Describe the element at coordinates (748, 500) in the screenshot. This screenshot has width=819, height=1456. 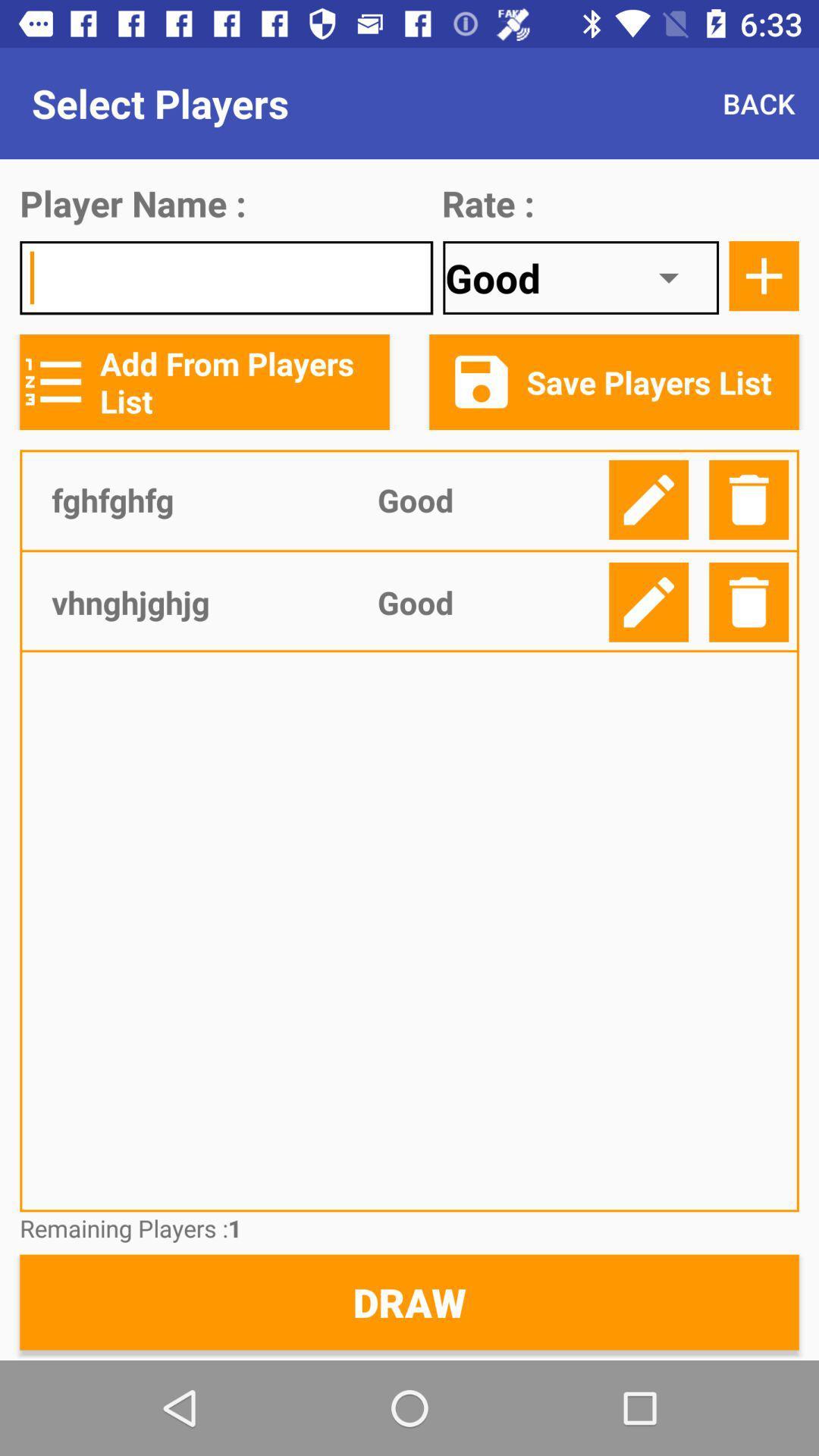
I see `shows delete option` at that location.